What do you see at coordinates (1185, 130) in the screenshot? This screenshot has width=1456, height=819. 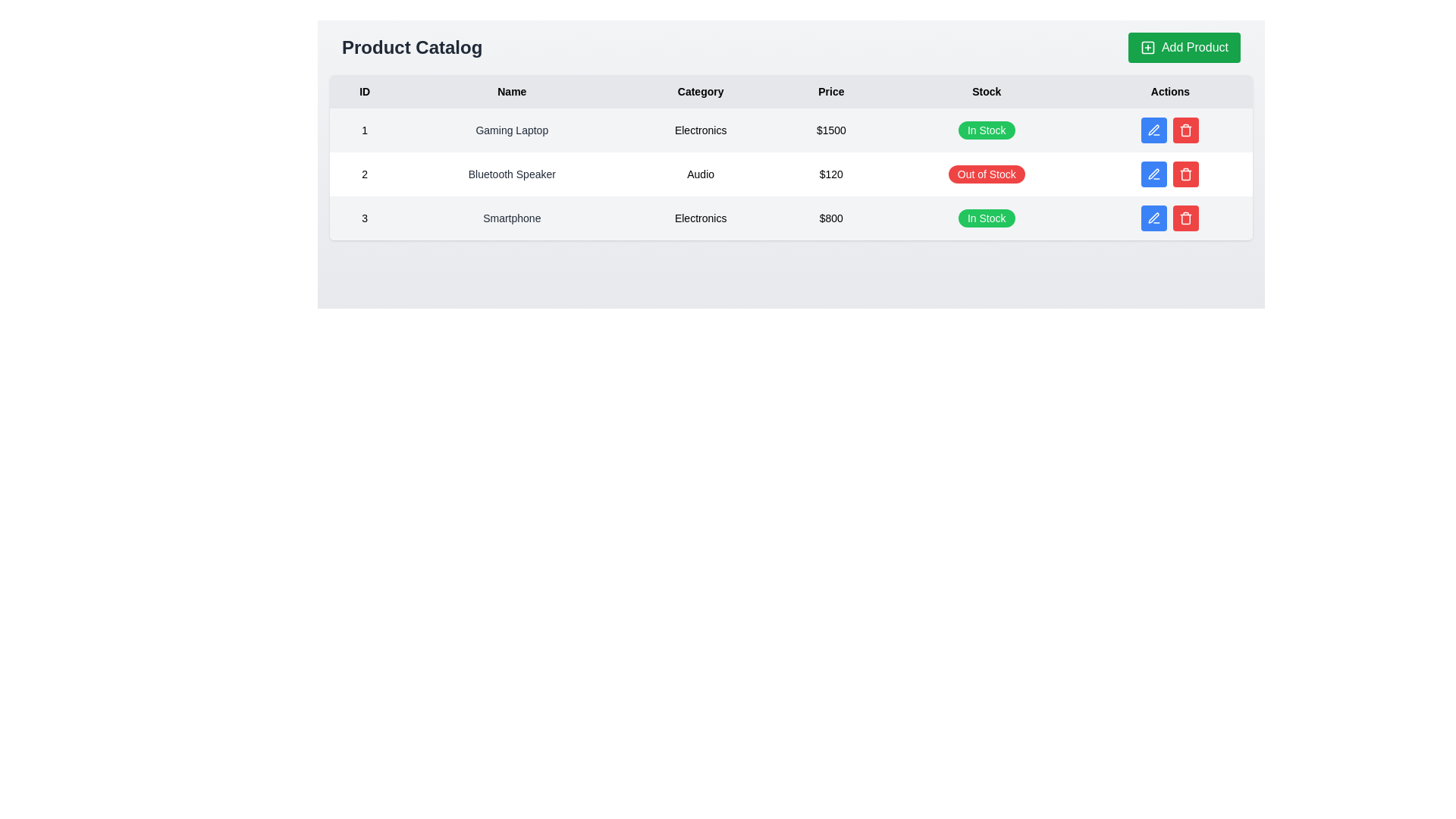 I see `the delete button for the 'Bluetooth Speaker' product entry, which is the second button from the right in the 'Actions' column of the table's second row` at bounding box center [1185, 130].